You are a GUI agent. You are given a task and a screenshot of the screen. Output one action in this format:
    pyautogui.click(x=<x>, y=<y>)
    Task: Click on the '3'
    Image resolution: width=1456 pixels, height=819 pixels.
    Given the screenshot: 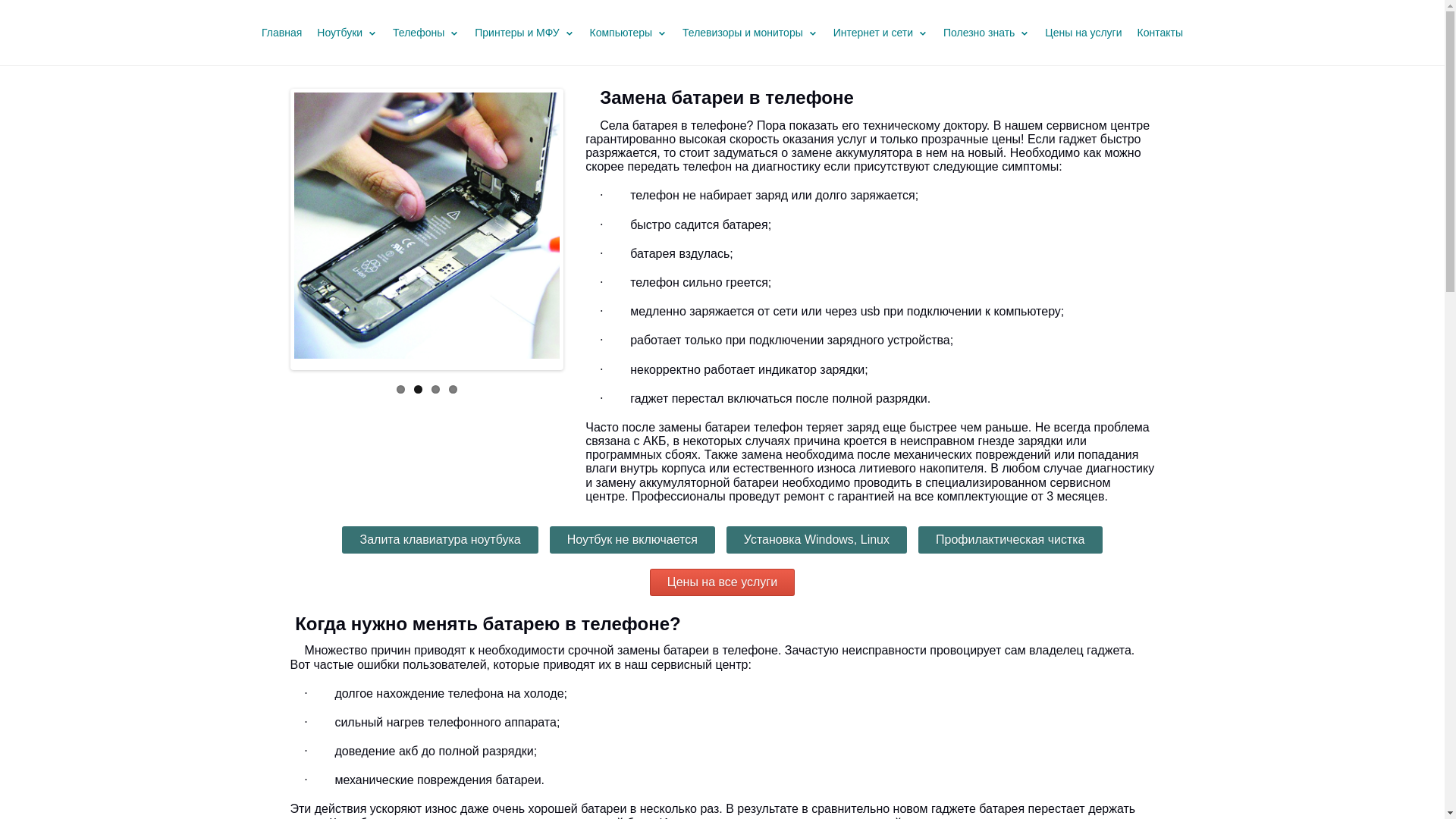 What is the action you would take?
    pyautogui.click(x=435, y=388)
    